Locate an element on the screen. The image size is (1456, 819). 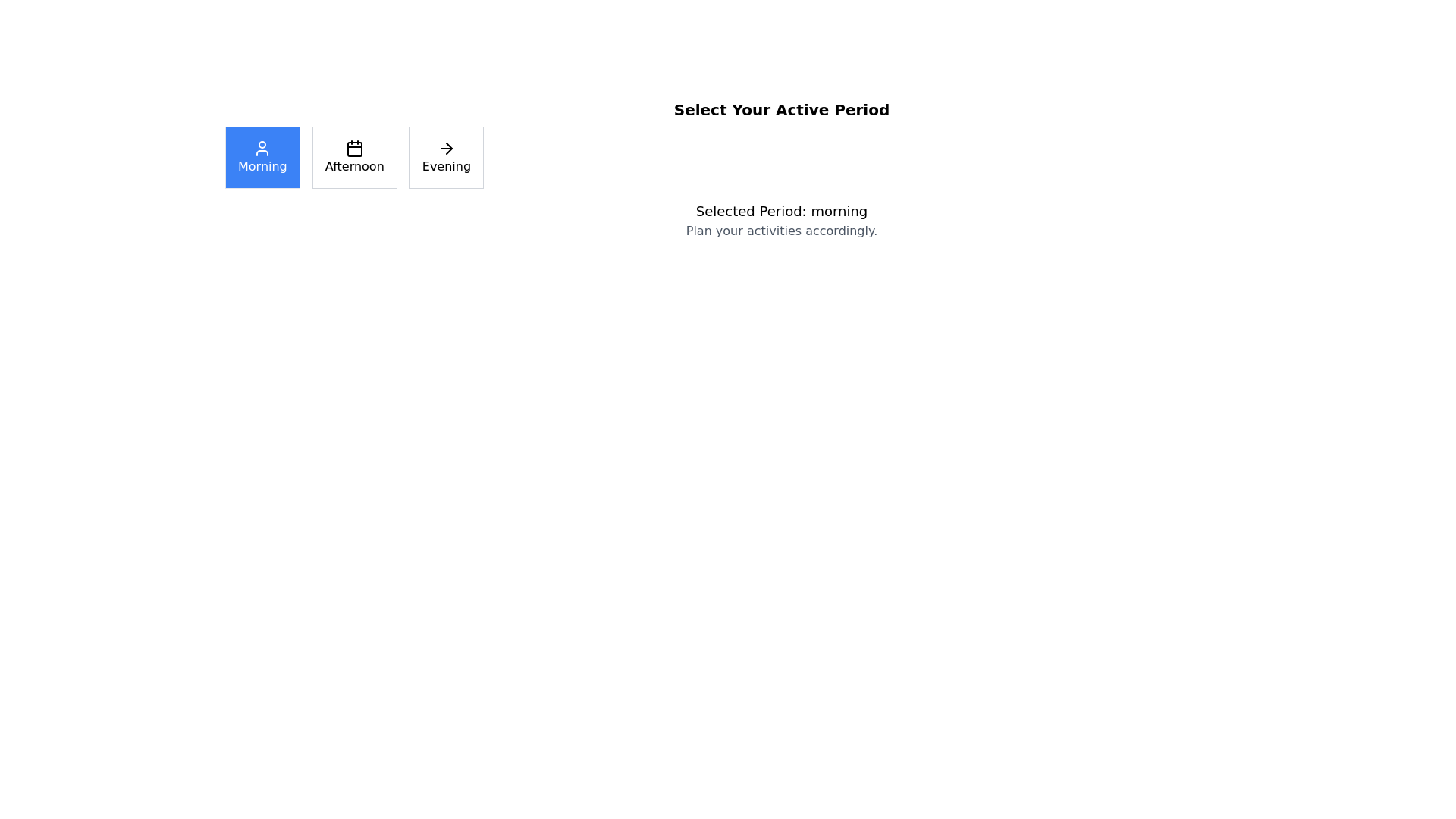
the calendar icon, which is centrally placed within the 'Afternoon' selection button is located at coordinates (353, 149).